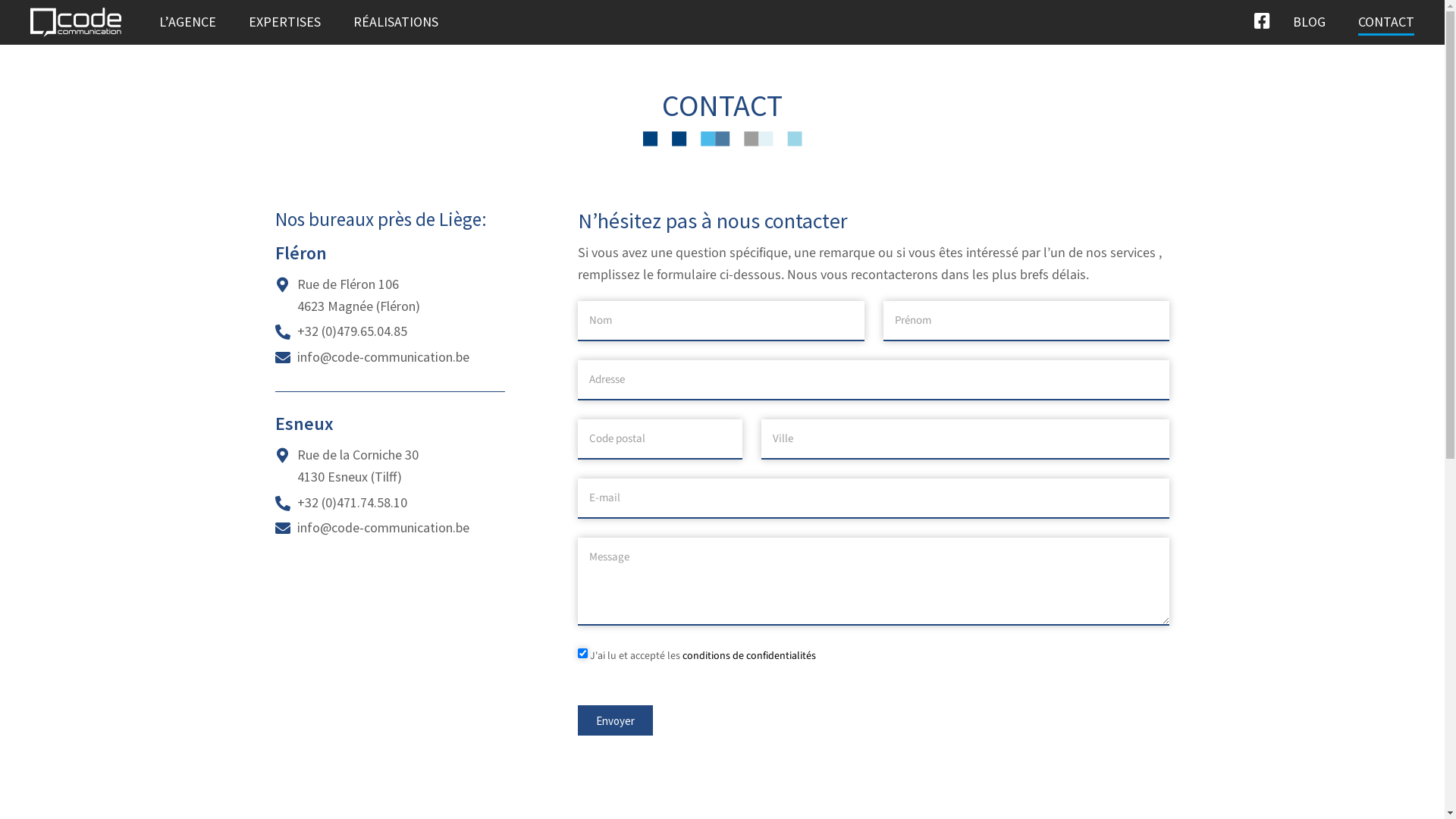 This screenshot has height=819, width=1456. I want to click on 'info@code-communication.be', so click(383, 526).